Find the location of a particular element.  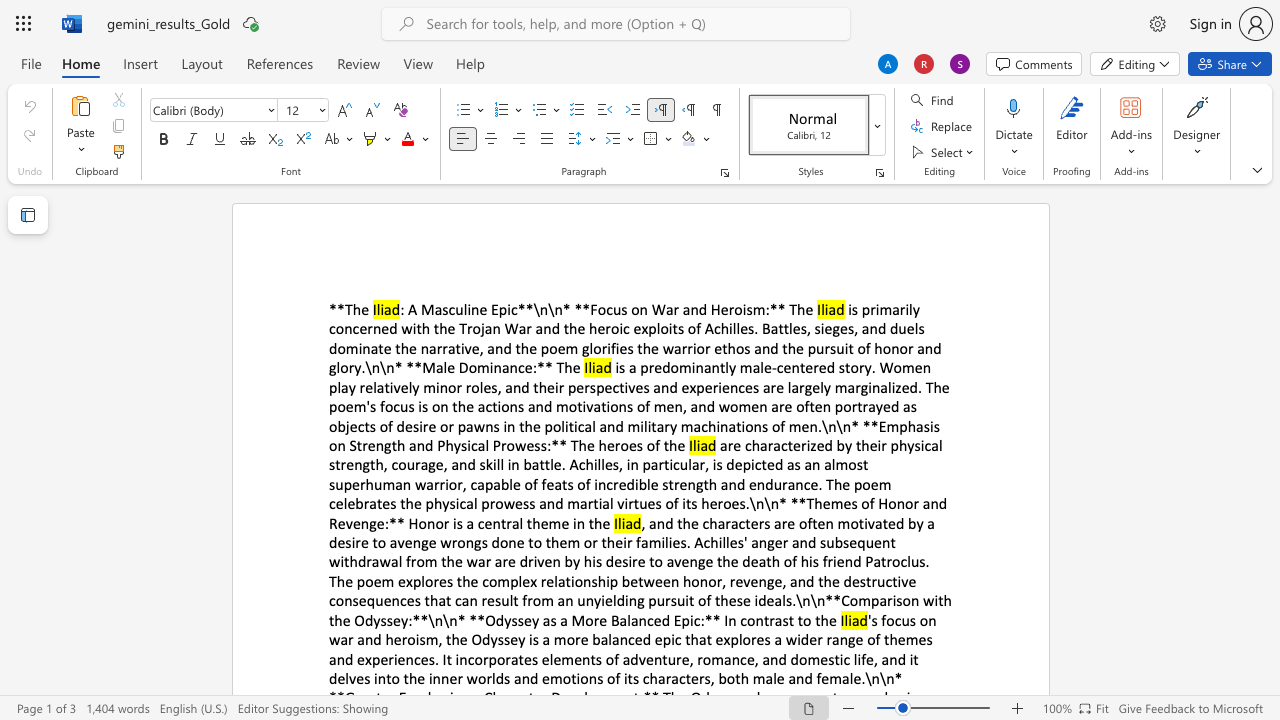

the 9th character "r" in the text is located at coordinates (369, 561).